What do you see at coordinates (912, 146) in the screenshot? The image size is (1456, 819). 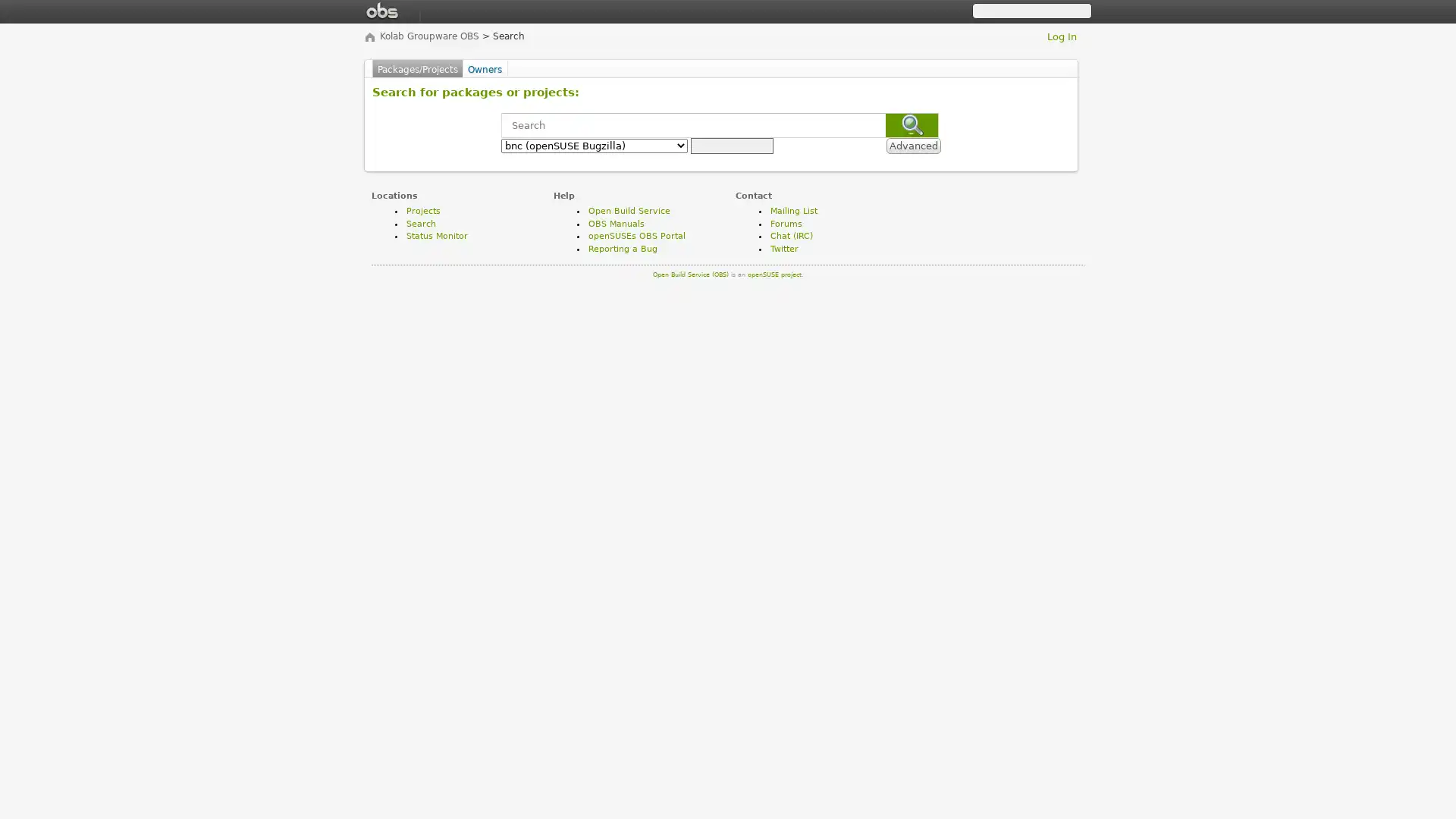 I see `Advanced` at bounding box center [912, 146].